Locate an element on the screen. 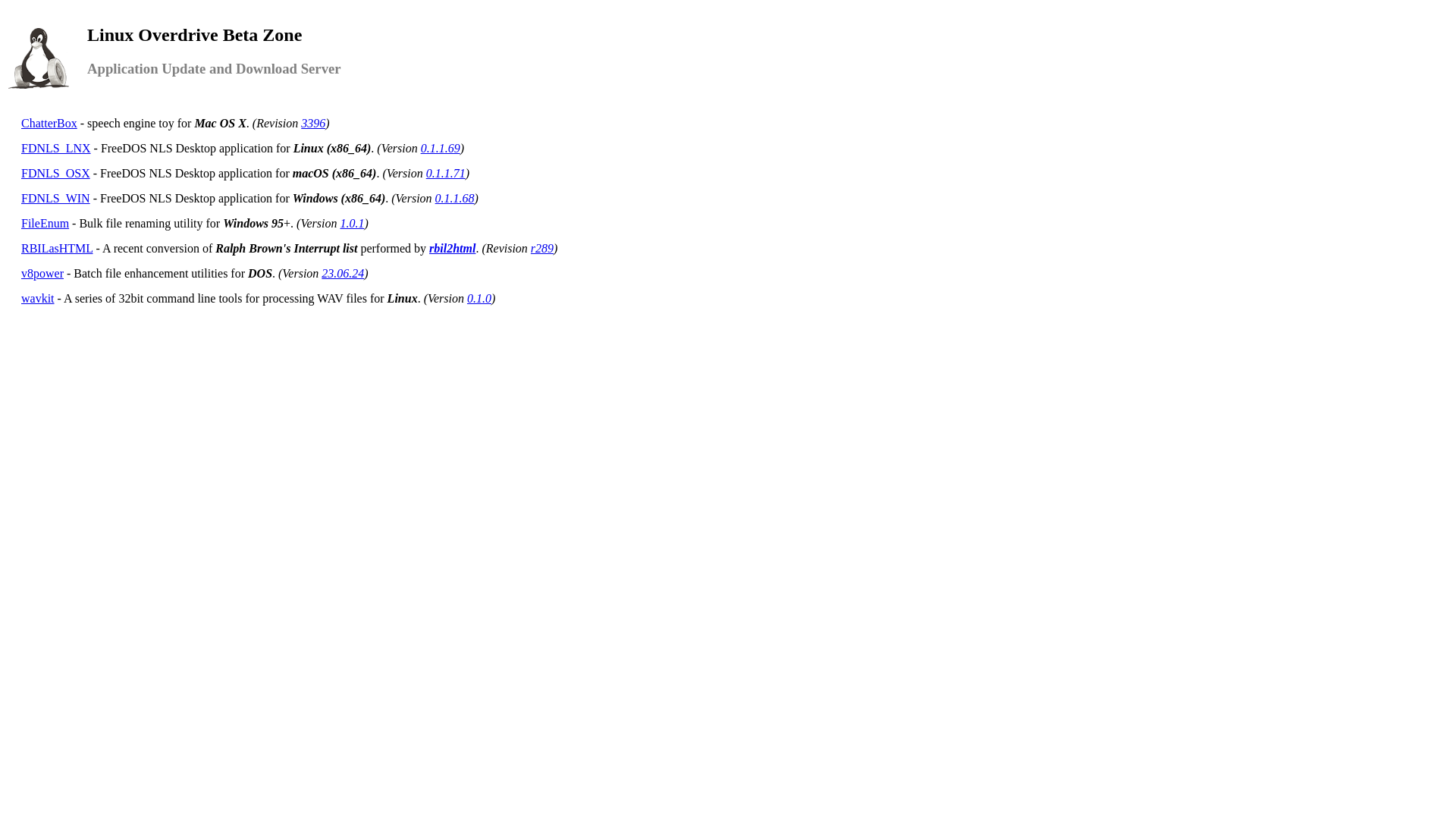  'FDNLS_OSX' is located at coordinates (55, 172).